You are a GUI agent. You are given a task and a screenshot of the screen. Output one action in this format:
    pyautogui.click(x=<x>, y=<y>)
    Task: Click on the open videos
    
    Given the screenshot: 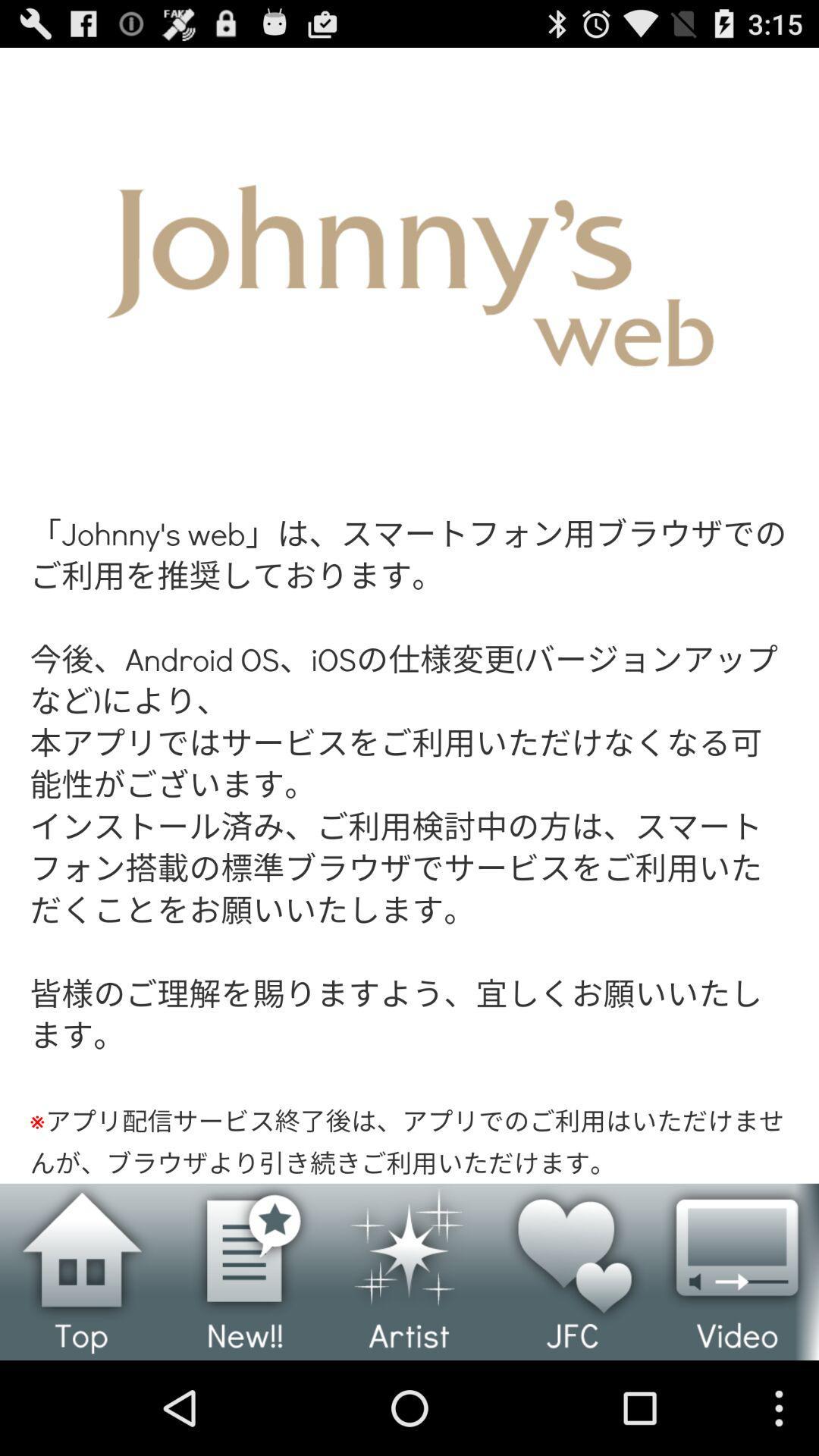 What is the action you would take?
    pyautogui.click(x=736, y=1272)
    